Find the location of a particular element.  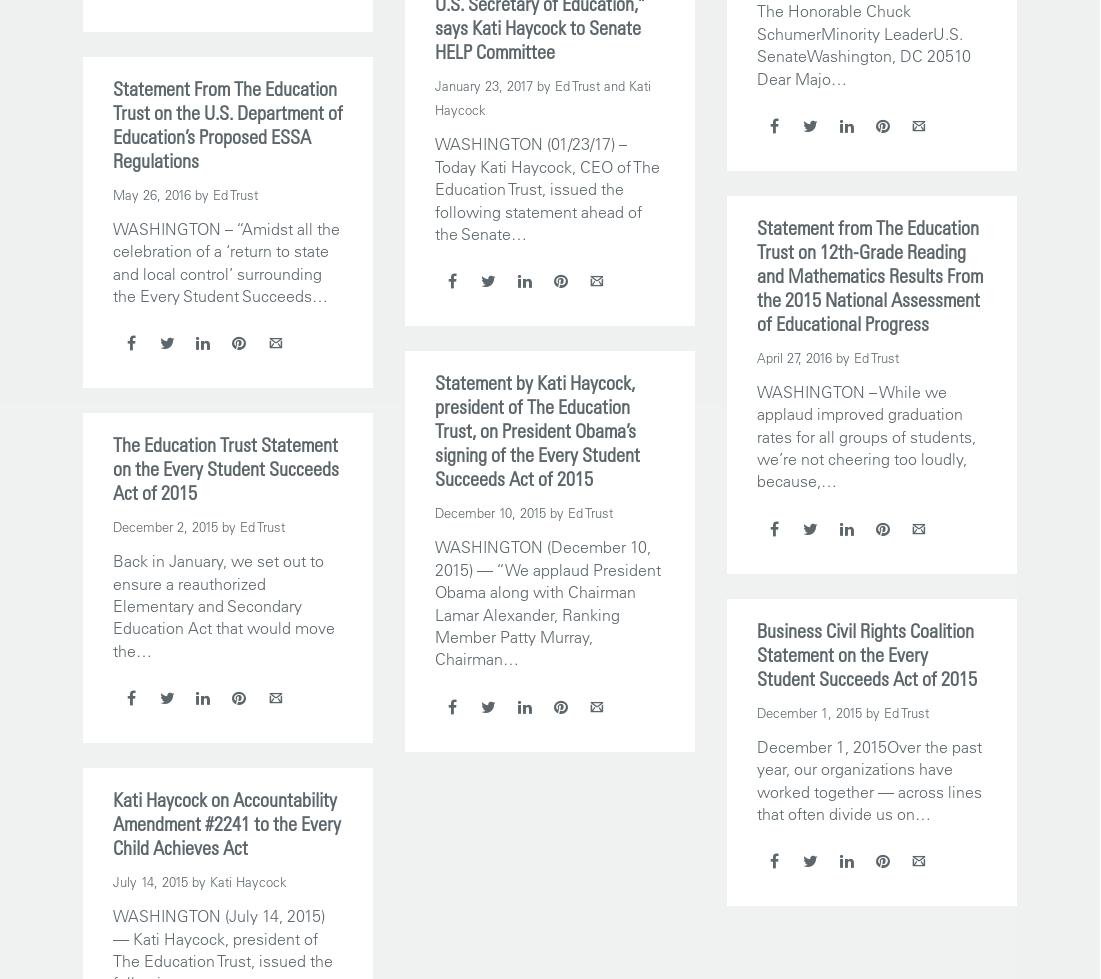

'WASHINGTON – While we applaud improved graduation rates for all groups of students, we’re not cheering too loudly, because,…' is located at coordinates (754, 436).